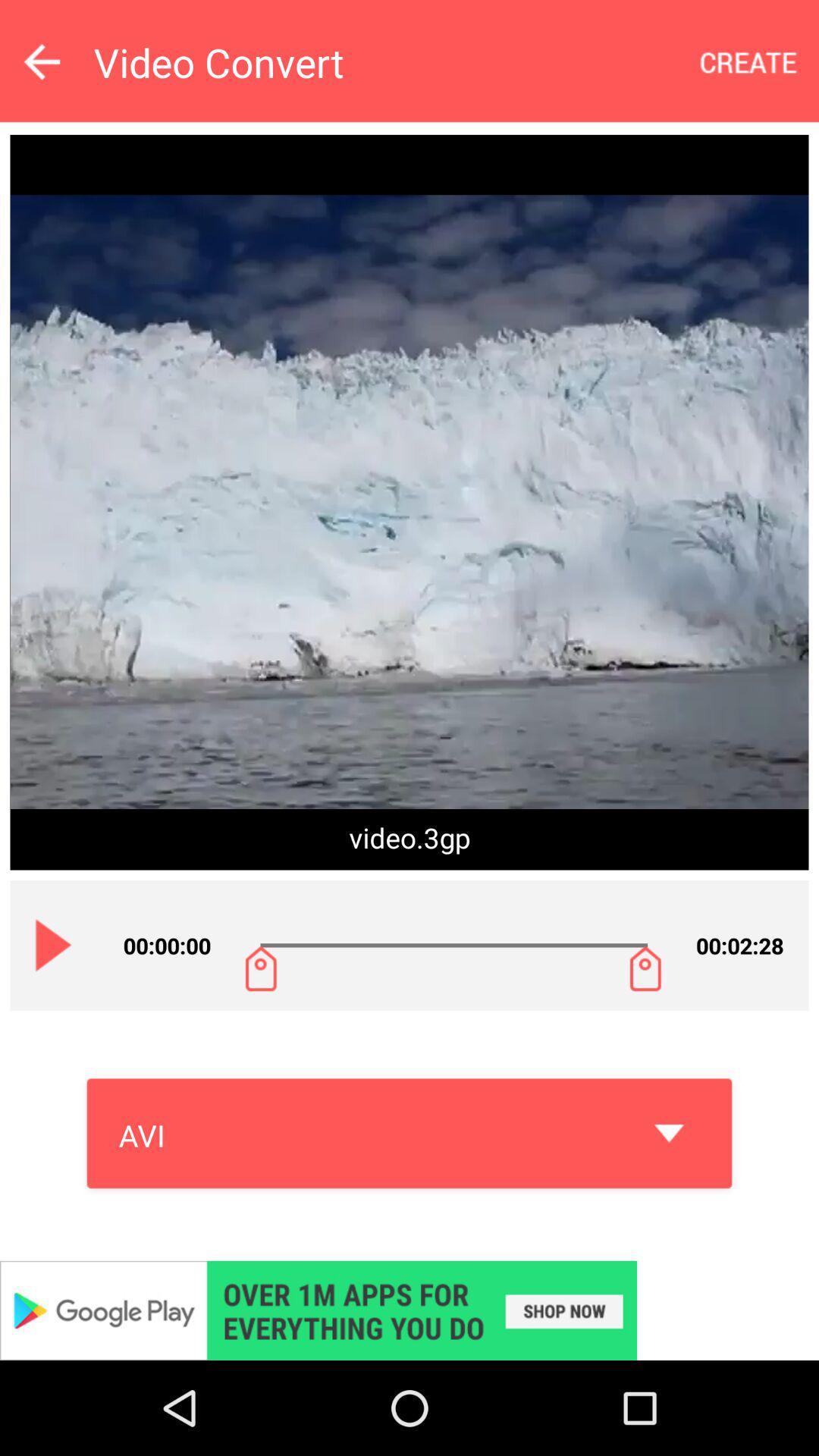  Describe the element at coordinates (409, 1310) in the screenshot. I see `advertisement` at that location.